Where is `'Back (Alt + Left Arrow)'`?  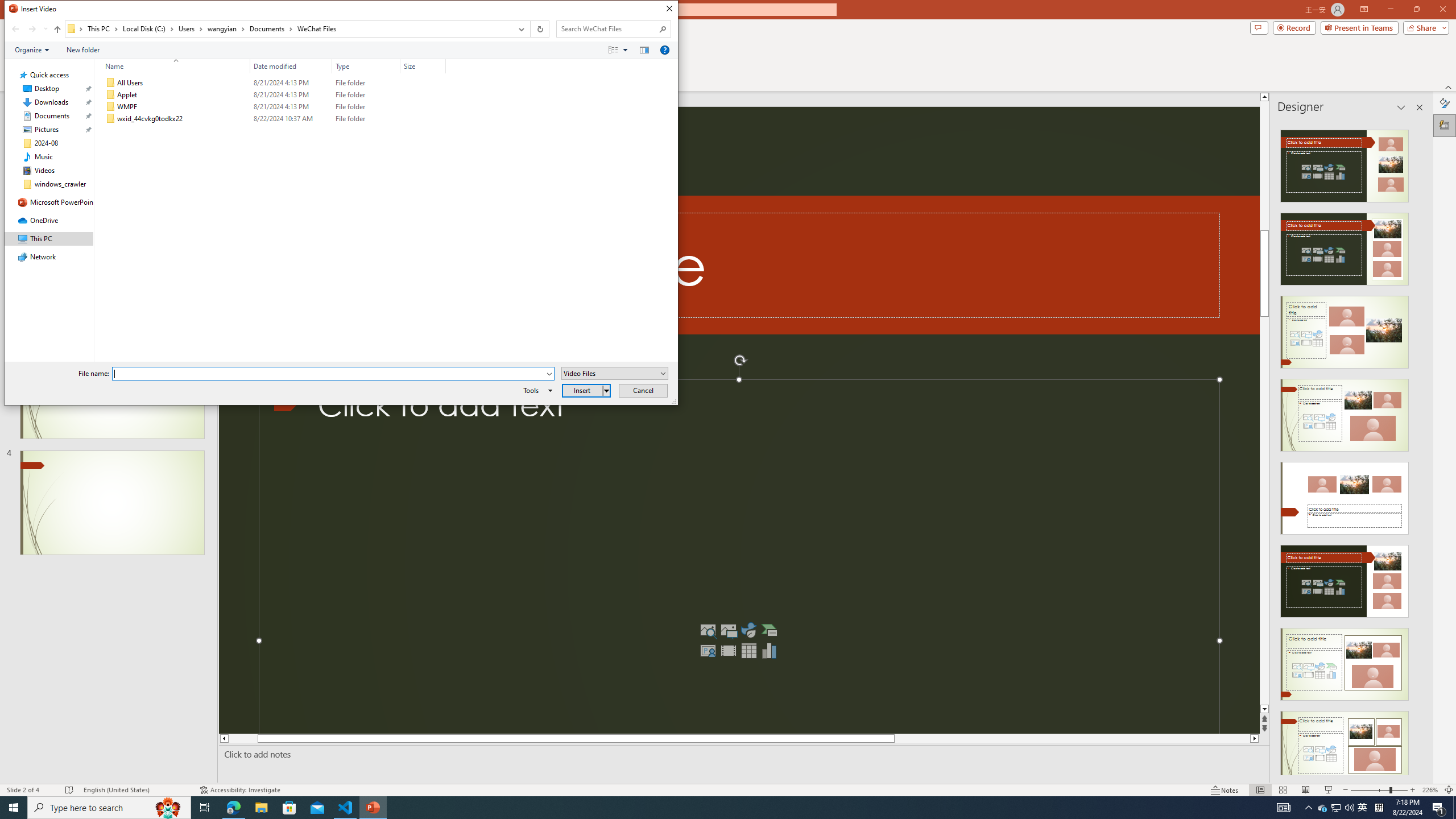 'Back (Alt + Left Arrow)' is located at coordinates (14, 28).